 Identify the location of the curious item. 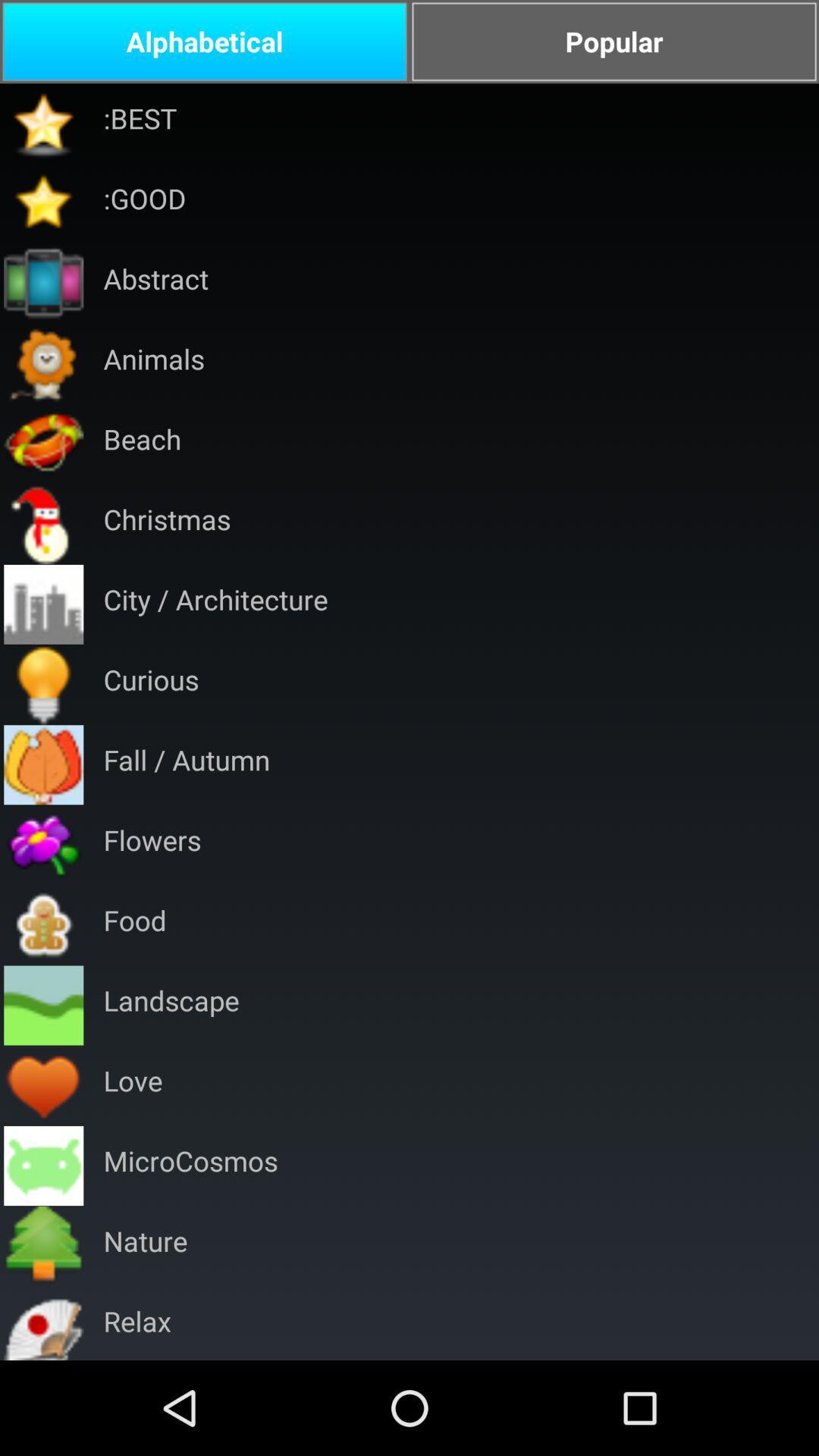
(151, 683).